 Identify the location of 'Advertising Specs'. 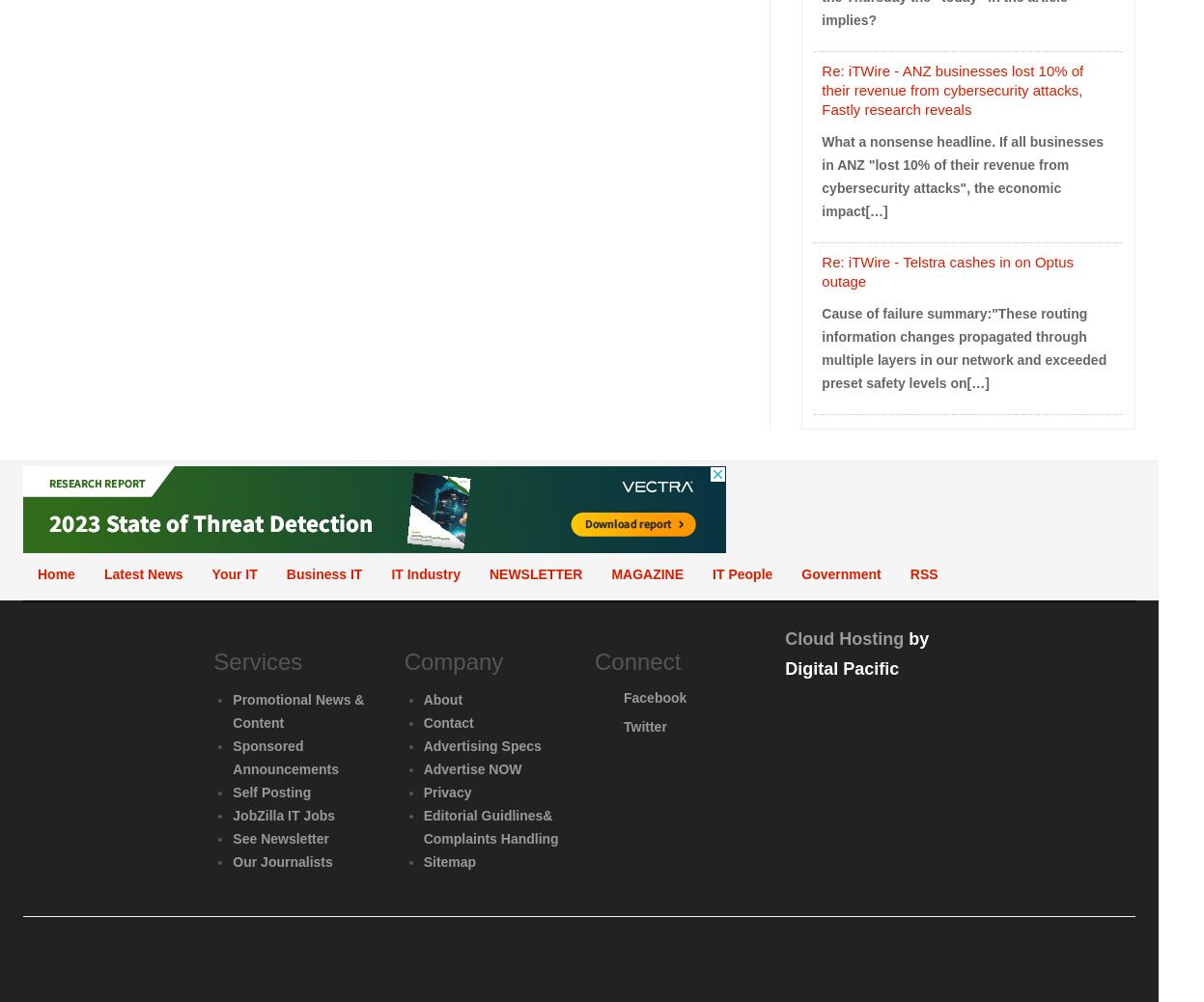
(421, 744).